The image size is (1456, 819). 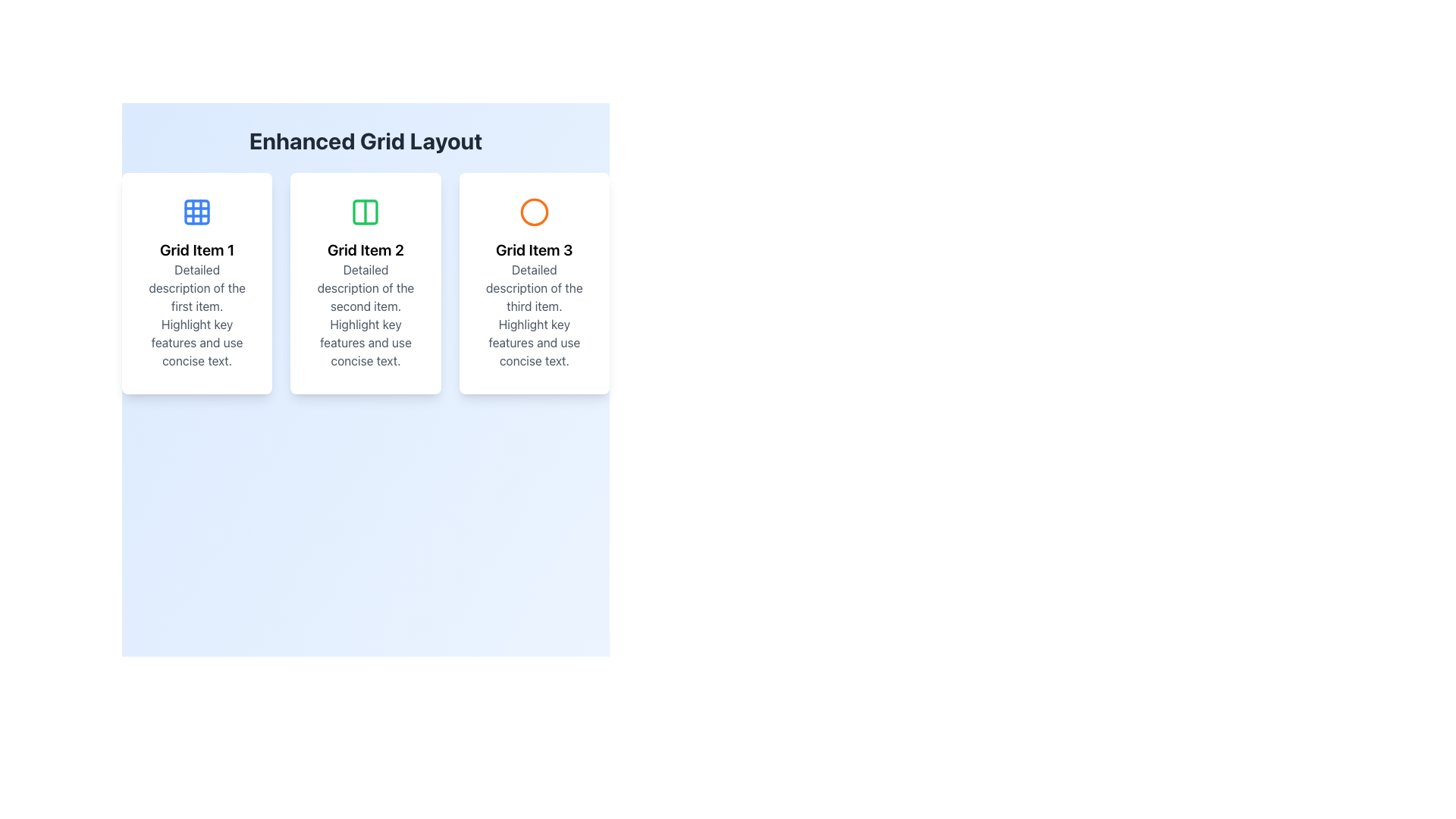 I want to click on the text in the detailed textual description block of 'Grid Item 1', located below the card's title and icon, so click(x=196, y=315).